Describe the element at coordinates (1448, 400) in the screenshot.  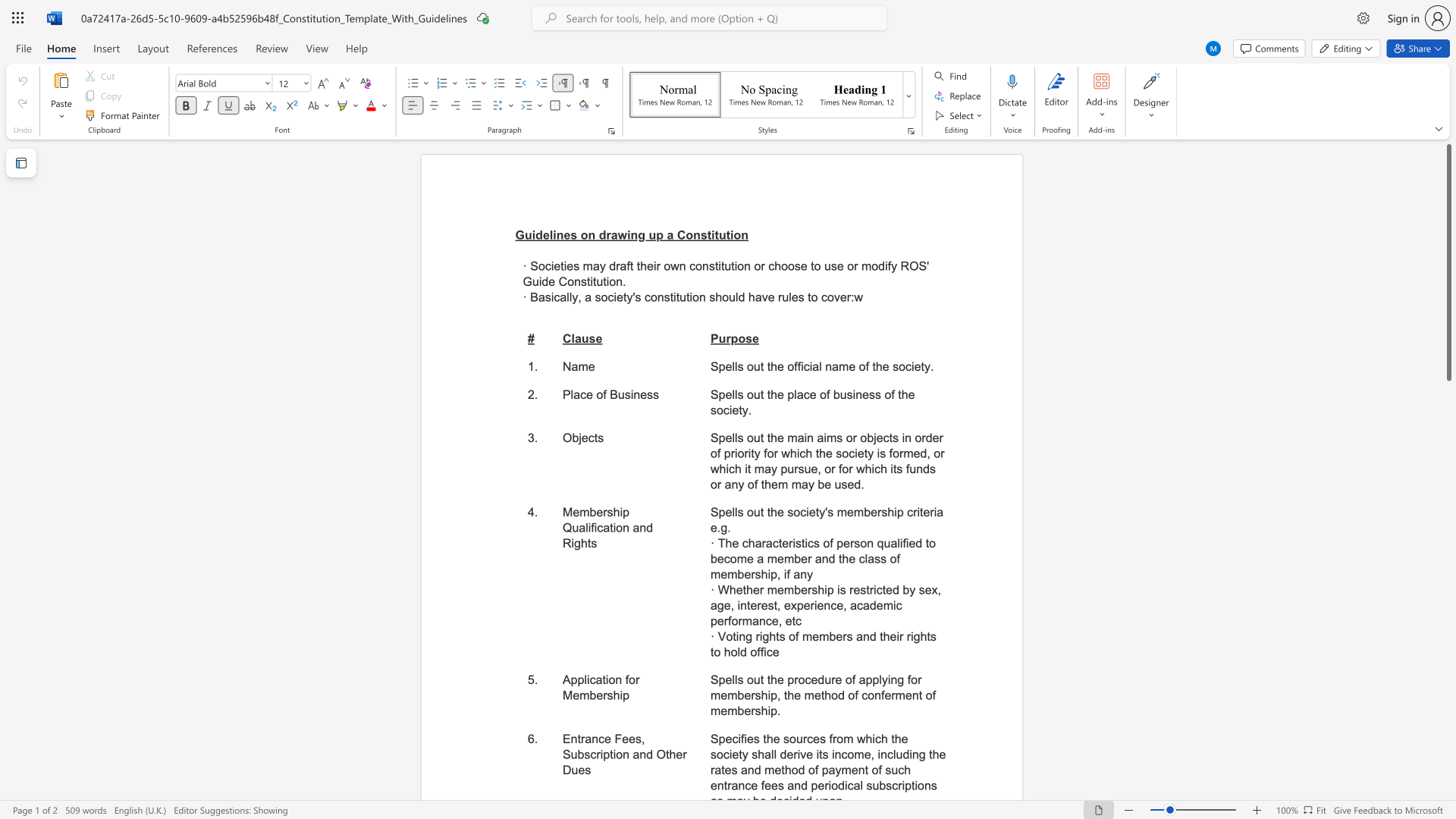
I see `the scrollbar to move the view down` at that location.